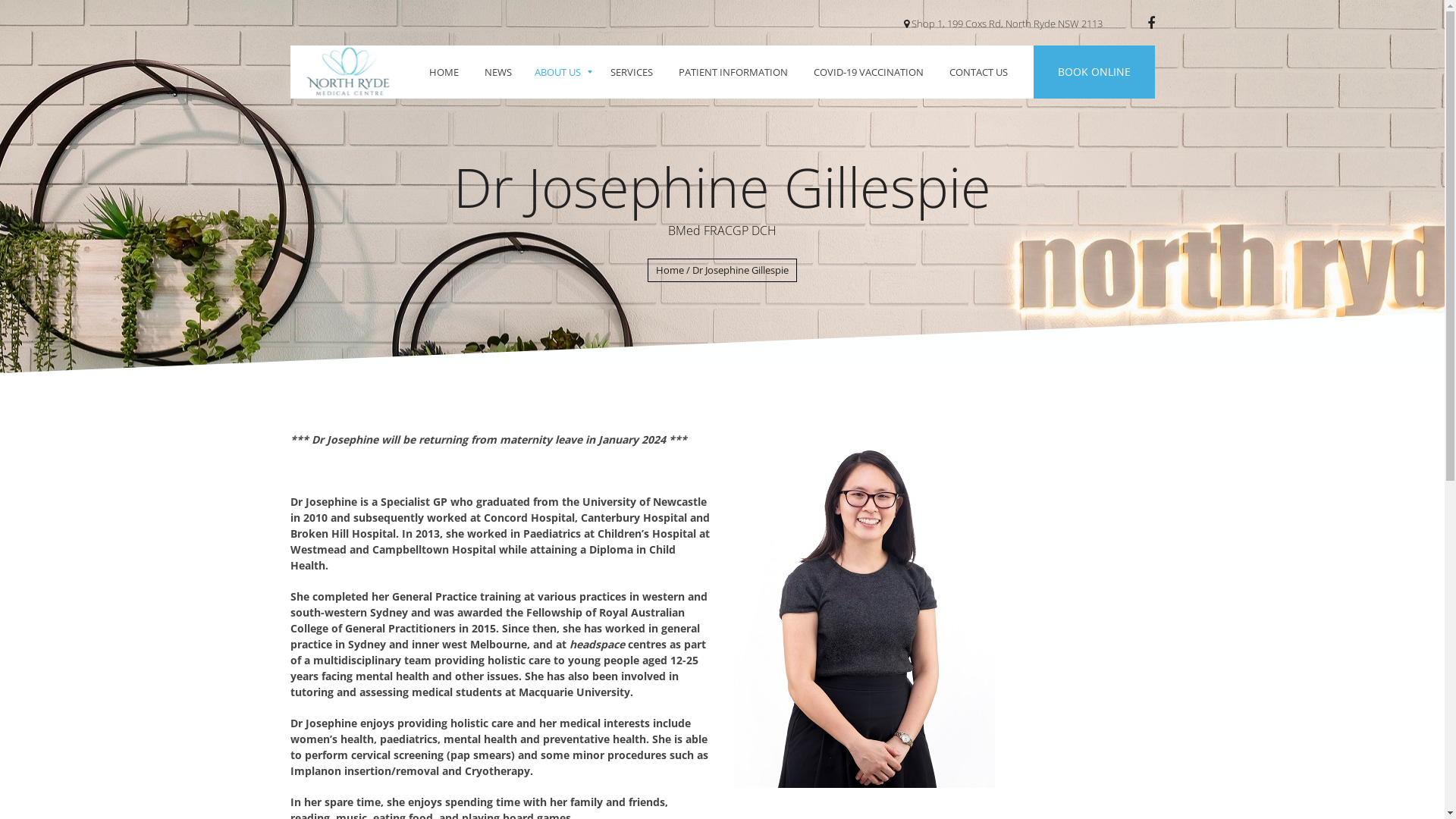 The image size is (1456, 819). Describe the element at coordinates (1008, 23) in the screenshot. I see `'Shop 1, 199 Coxs Rd, North Ryde NSW 2113   '` at that location.